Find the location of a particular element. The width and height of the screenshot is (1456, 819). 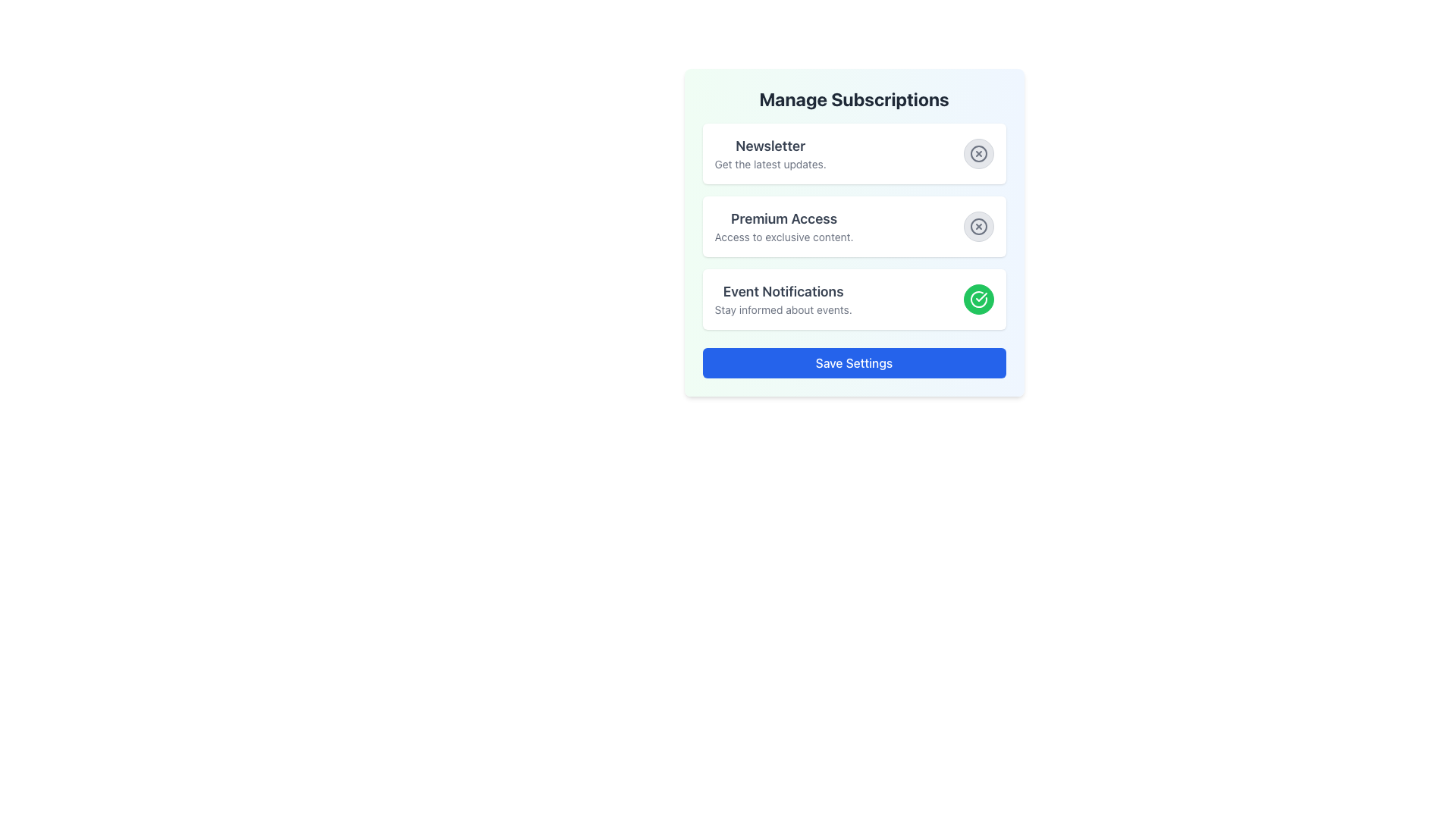

the heading text label for the 'Newsletter' subscription option, which is located above the text 'Get the latest updates.' in the top portion of the center panel is located at coordinates (770, 146).